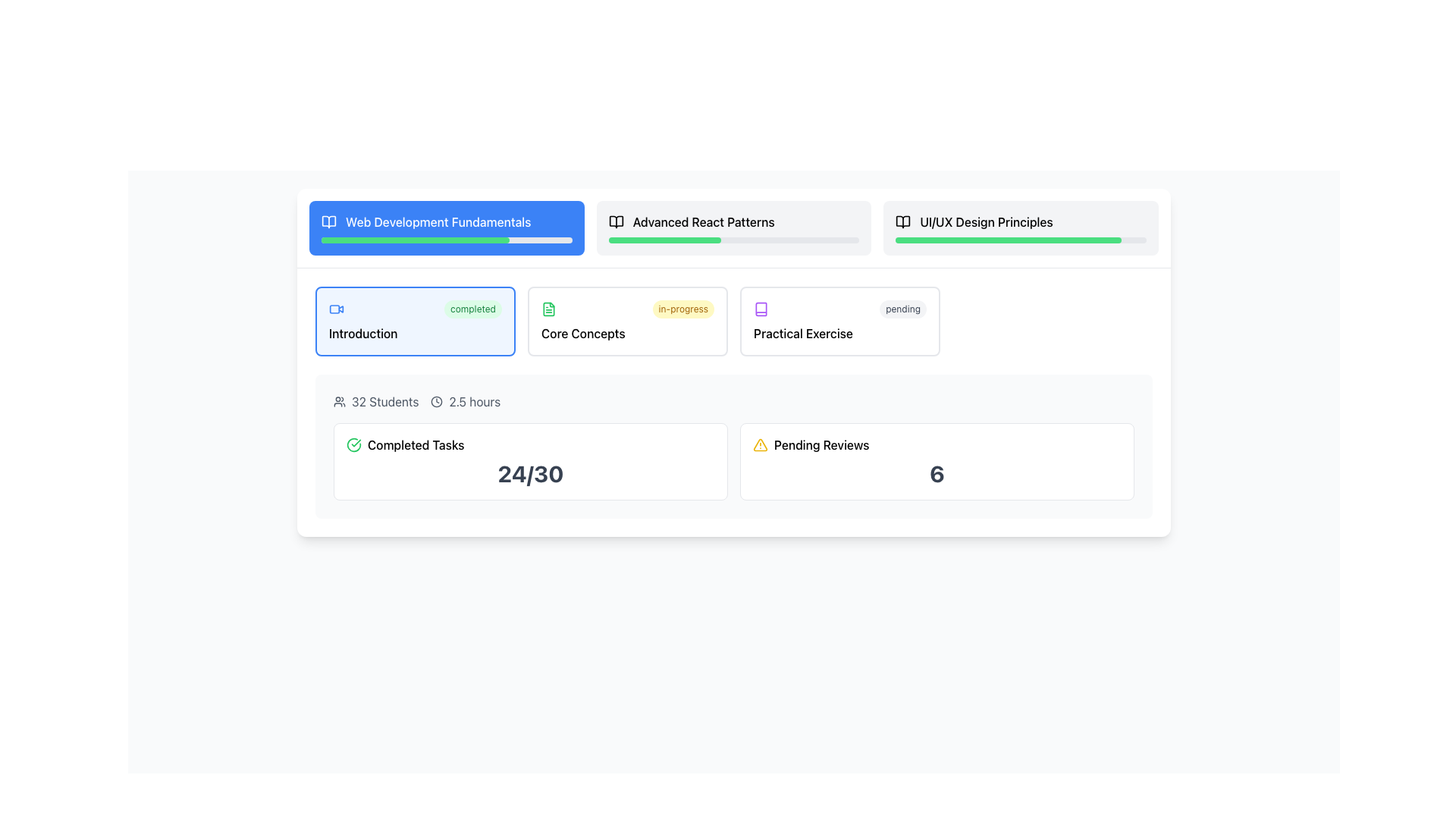 Image resolution: width=1456 pixels, height=819 pixels. What do you see at coordinates (548, 309) in the screenshot?
I see `the document icon located in the top-left section of the interface within the card labeled 'Web Development Fundamentals'` at bounding box center [548, 309].